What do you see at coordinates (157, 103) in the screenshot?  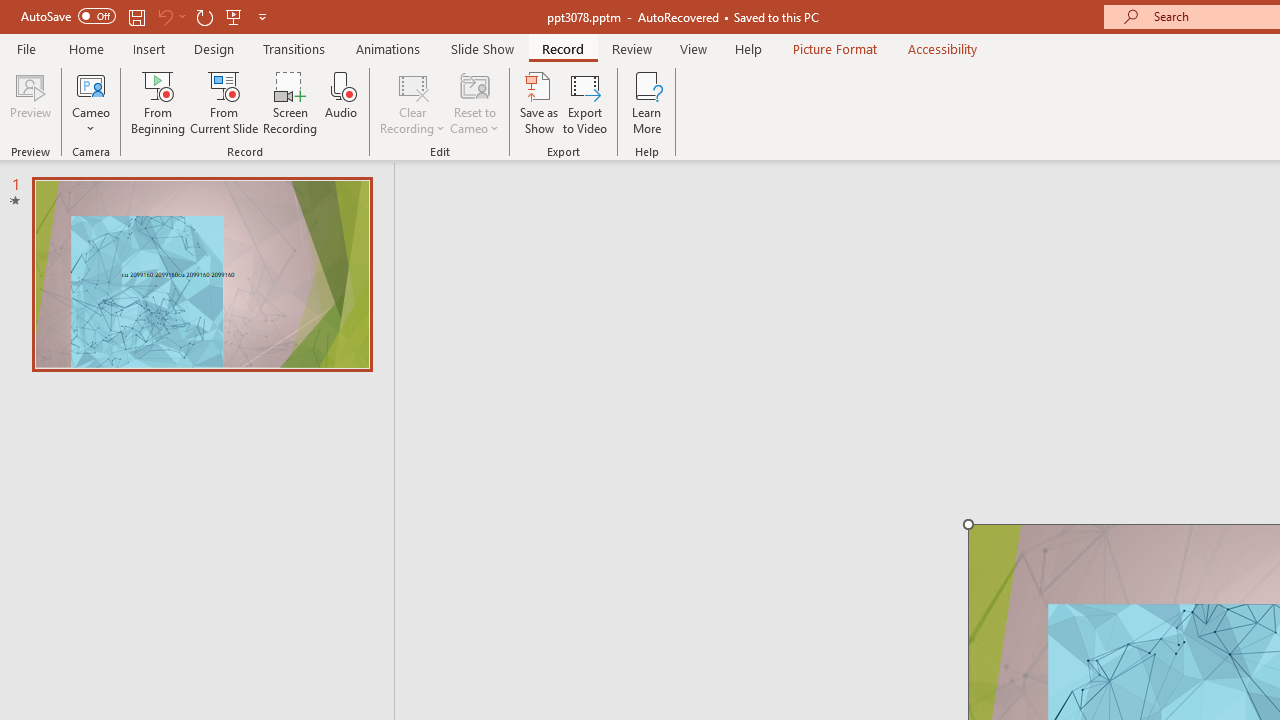 I see `'From Beginning...'` at bounding box center [157, 103].